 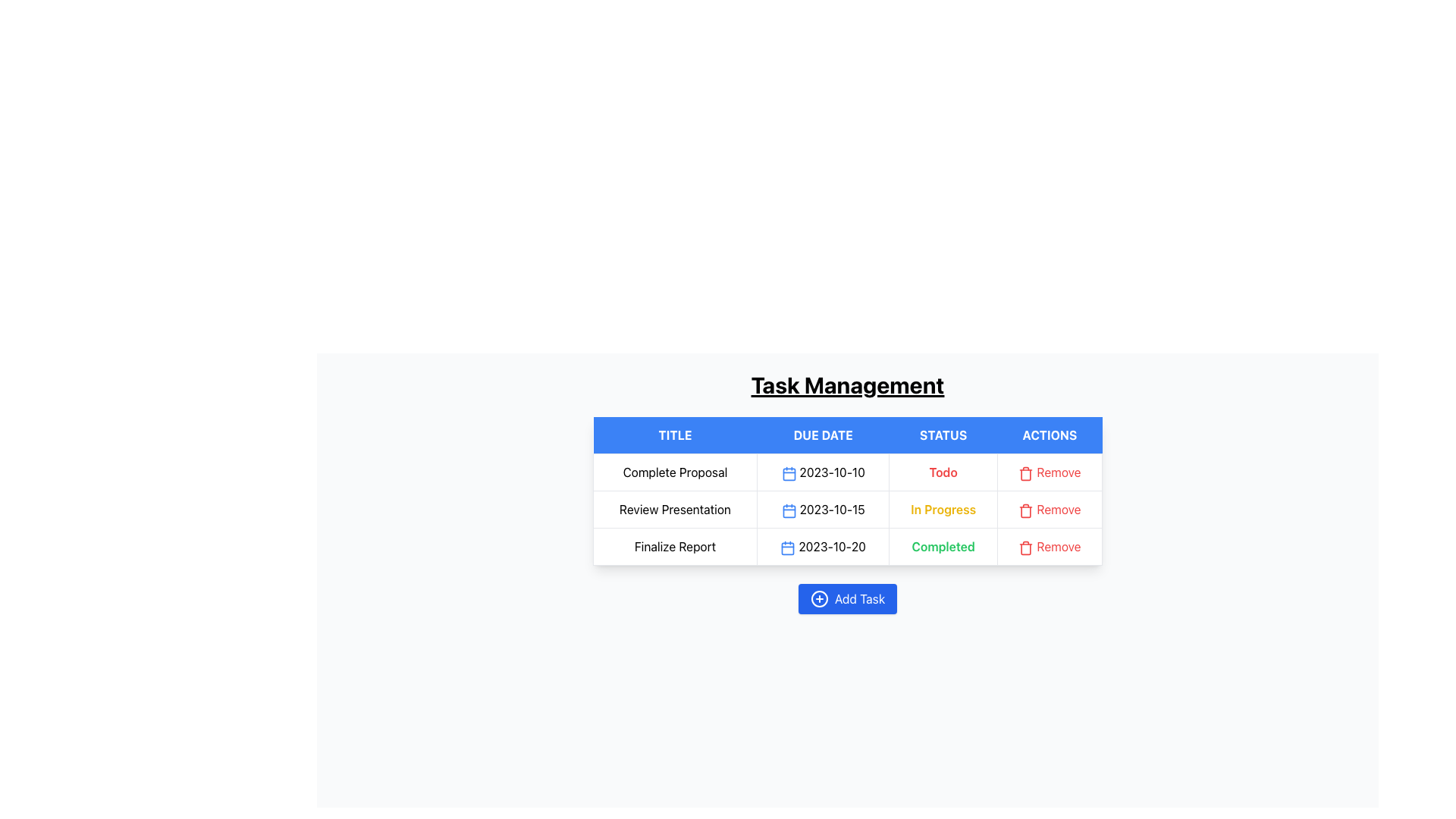 I want to click on the status indicator text label in the 'STATUS' column of the second row in the 'Task Management' table, which shows that the 'Review Presentation' task is currently ongoing, so click(x=943, y=509).